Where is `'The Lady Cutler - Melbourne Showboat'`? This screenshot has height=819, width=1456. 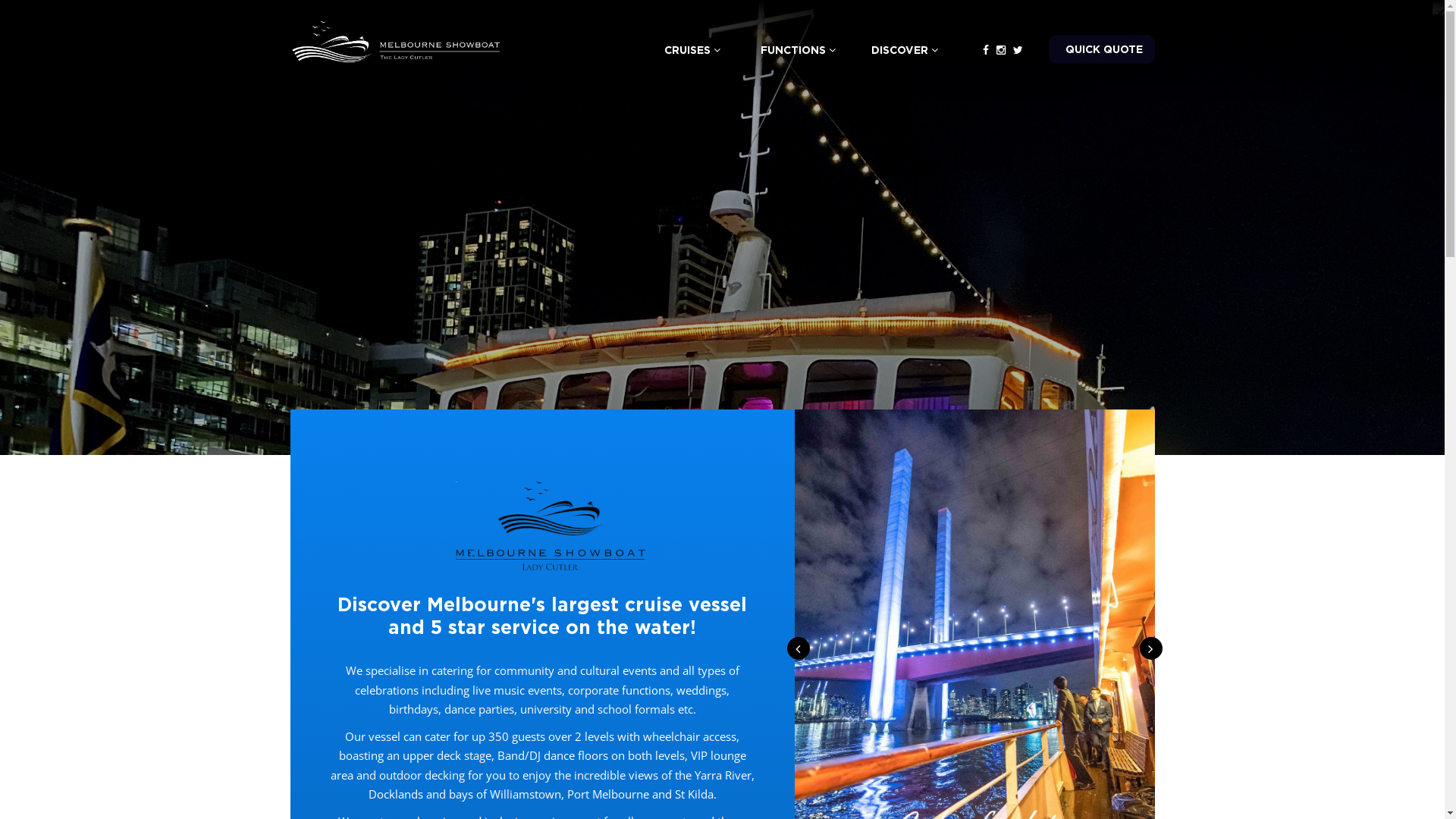 'The Lady Cutler - Melbourne Showboat' is located at coordinates (396, 39).